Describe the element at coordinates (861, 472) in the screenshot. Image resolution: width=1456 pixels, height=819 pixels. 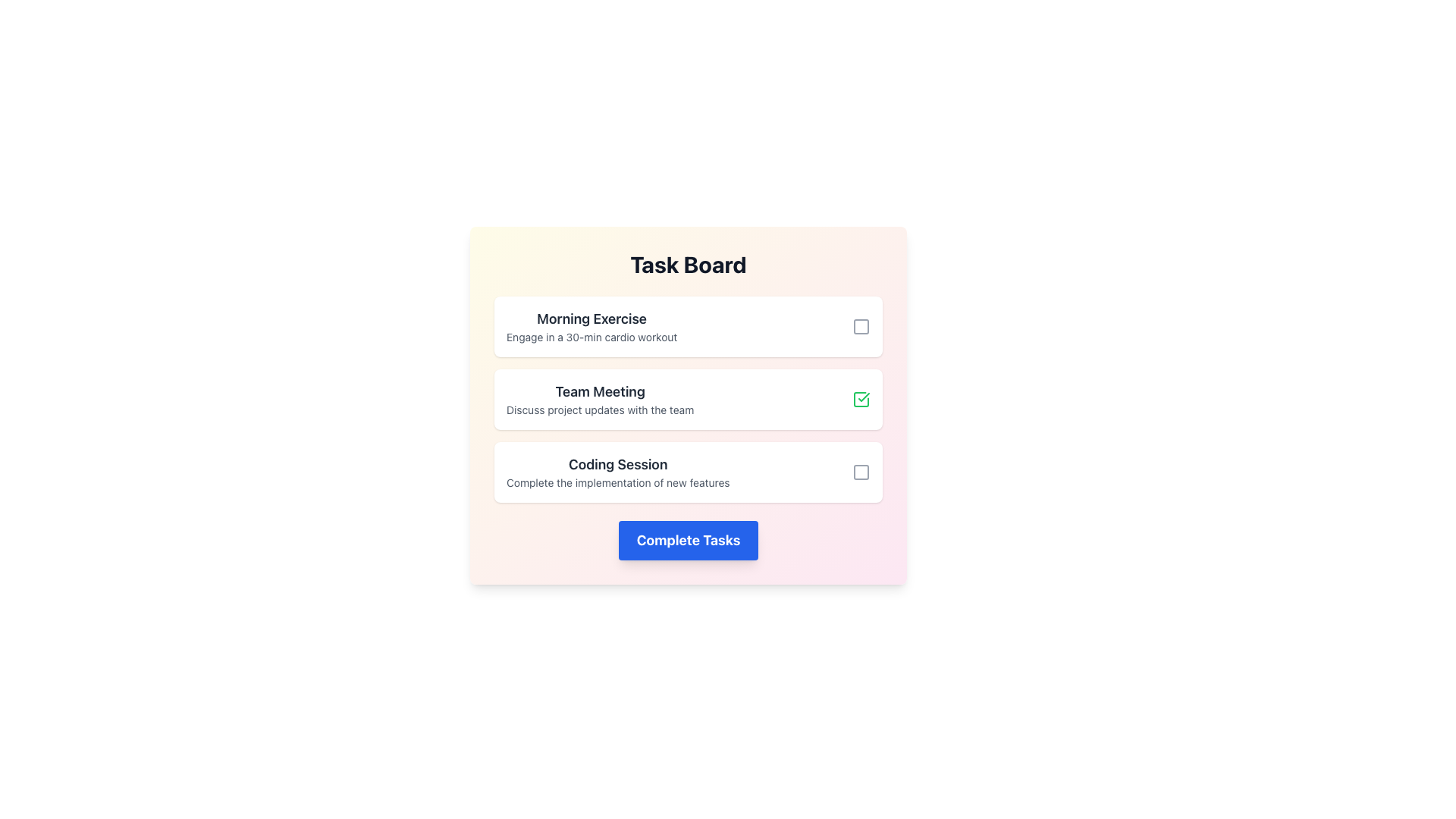
I see `the selectable button that marks the 'Coding Session' task as incomplete` at that location.